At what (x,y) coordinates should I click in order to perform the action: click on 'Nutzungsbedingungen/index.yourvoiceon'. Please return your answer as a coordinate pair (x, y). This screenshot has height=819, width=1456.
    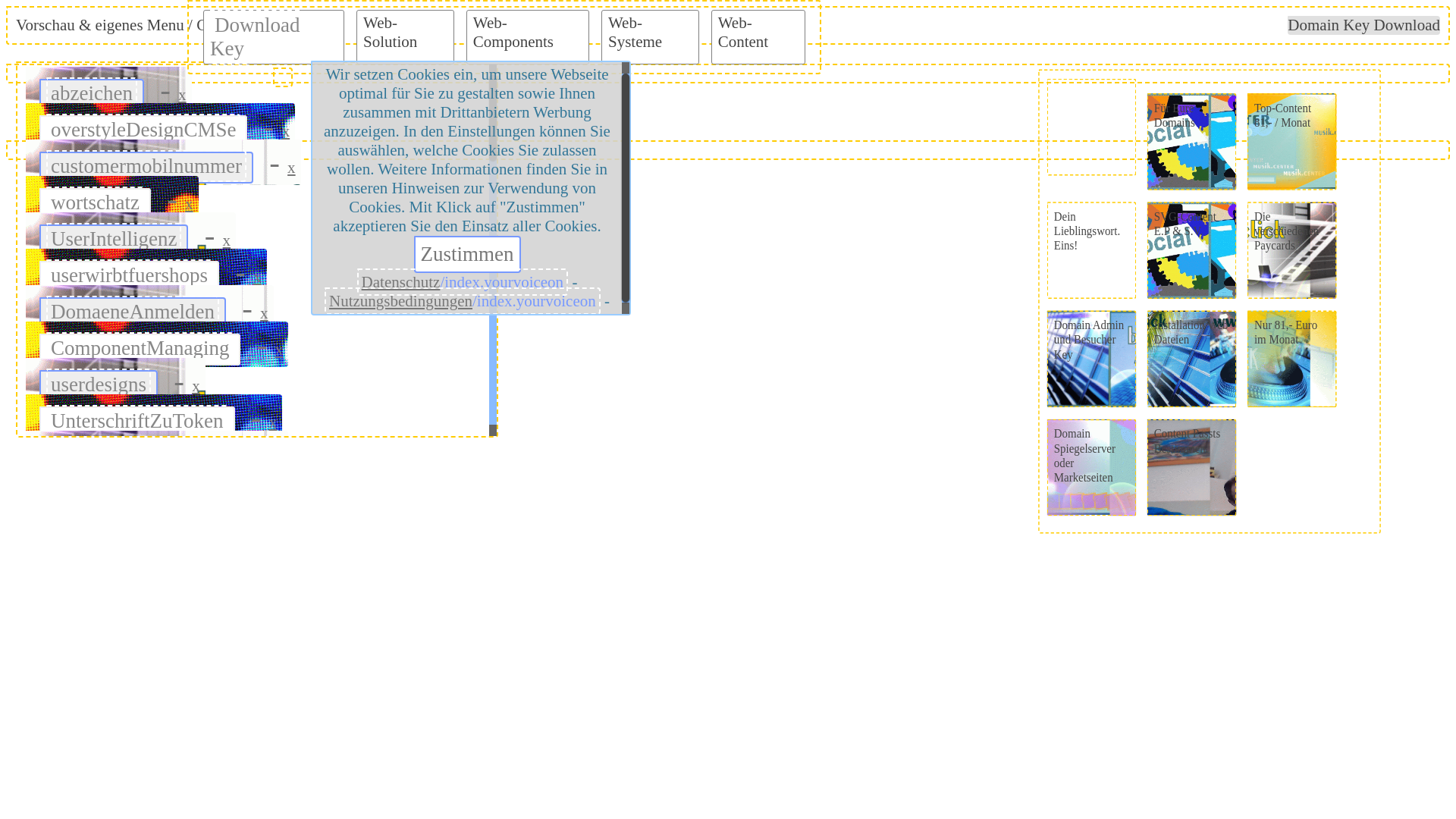
    Looking at the image, I should click on (461, 301).